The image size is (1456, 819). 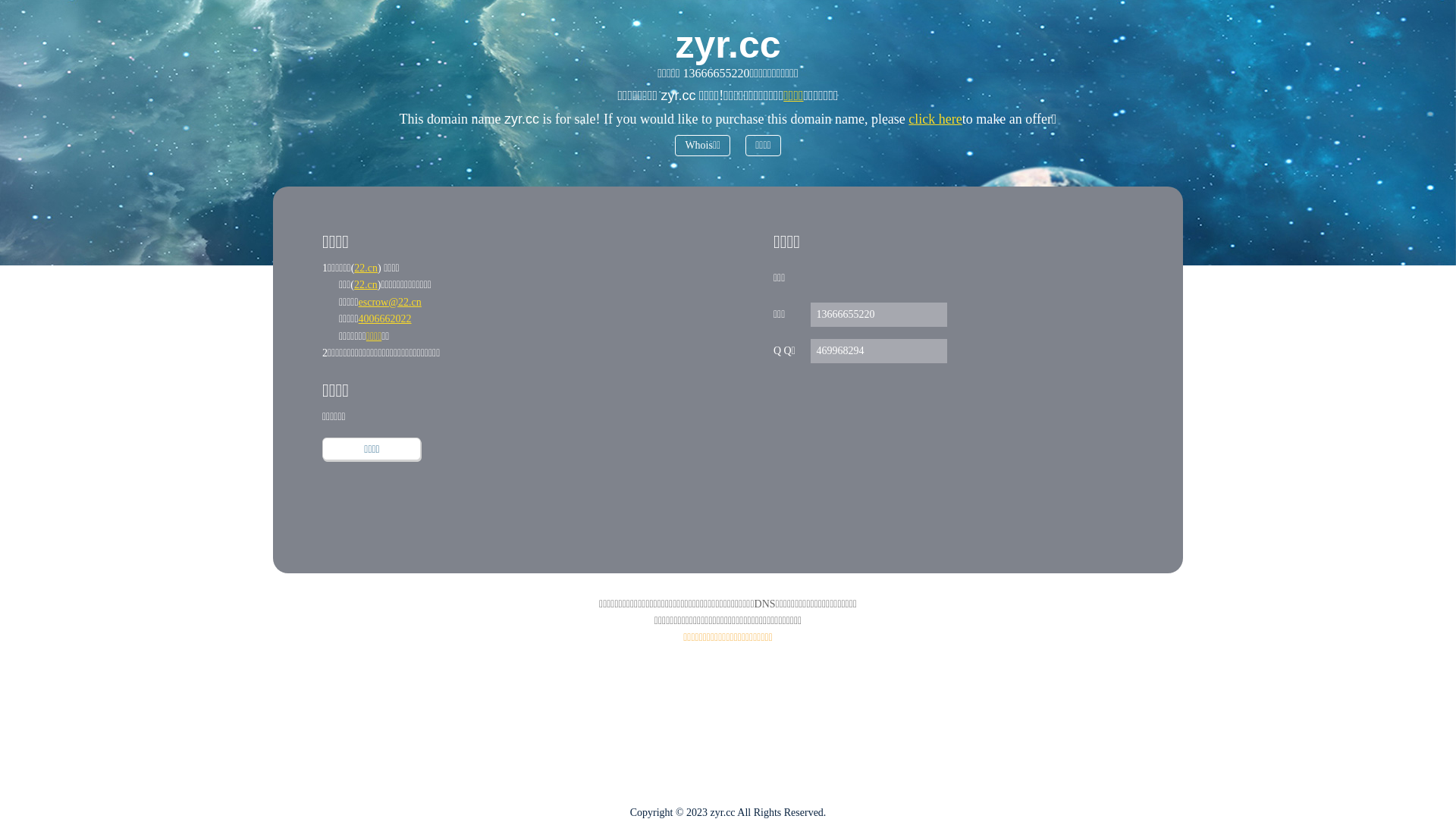 I want to click on 'click here', so click(x=934, y=118).